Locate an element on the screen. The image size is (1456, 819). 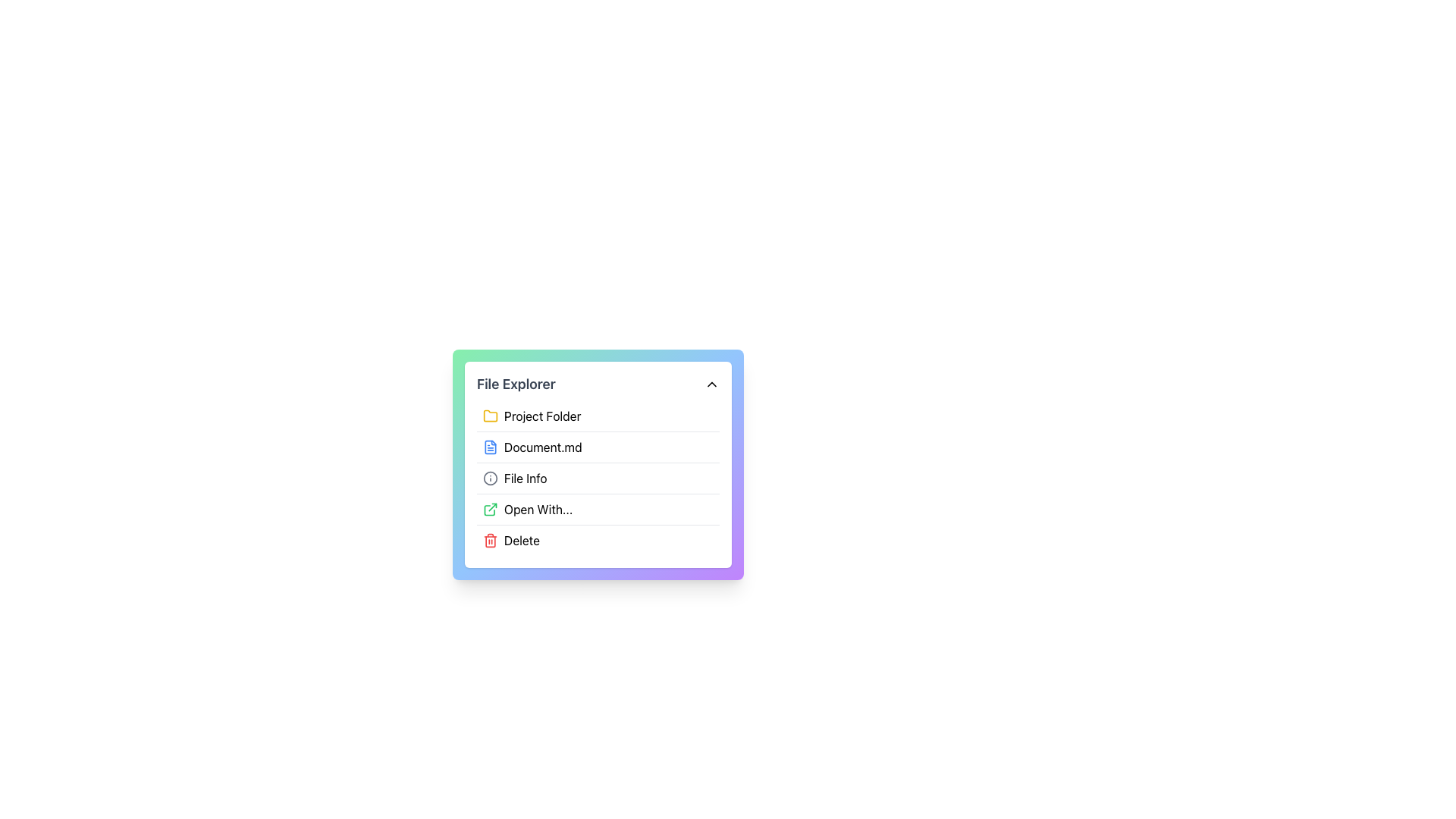
the trash bin icon within the delete option icon located at the bottom of the context menu is located at coordinates (491, 540).